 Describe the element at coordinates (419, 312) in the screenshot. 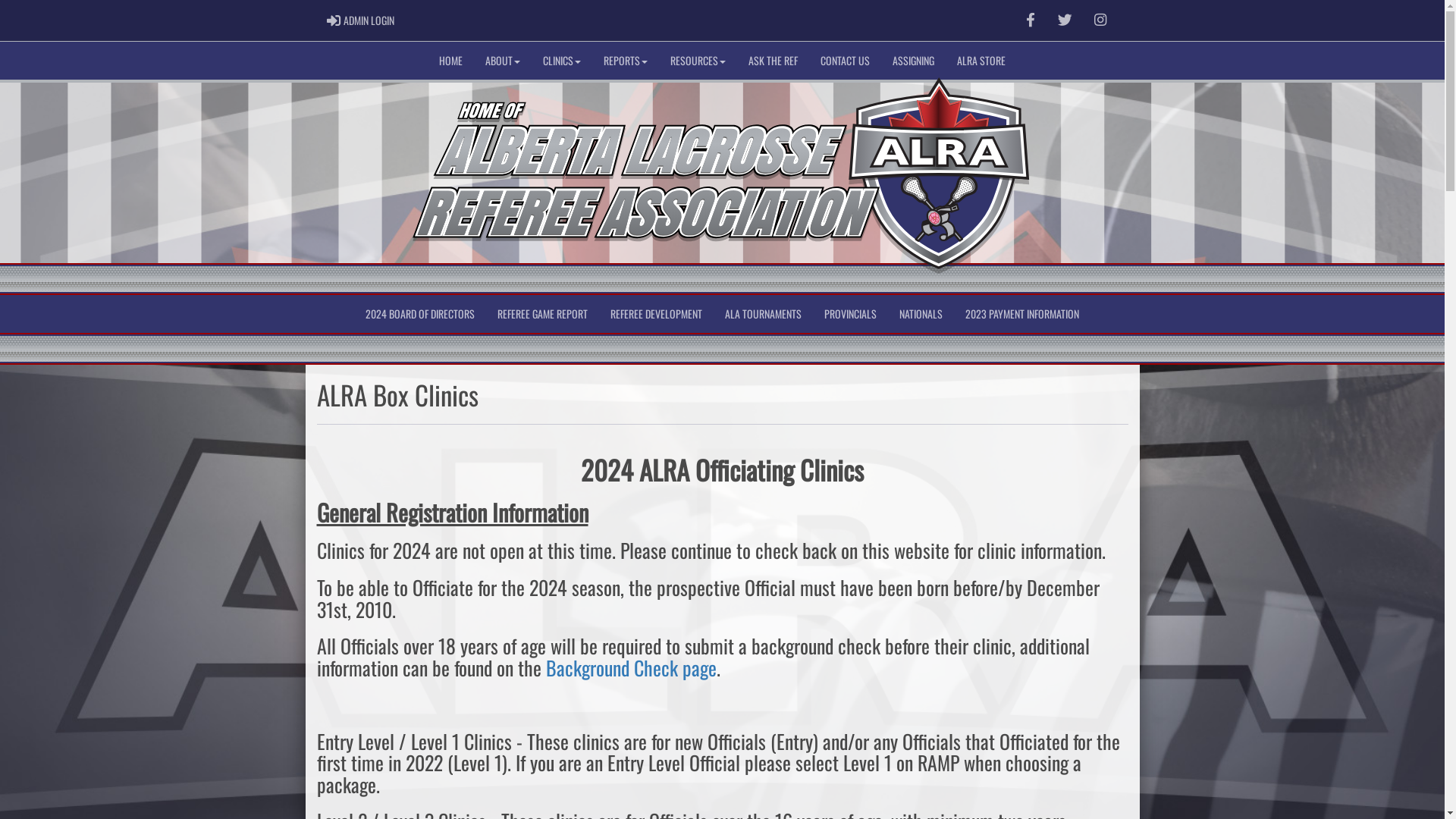

I see `'2024 BOARD OF DIRECTORS'` at that location.